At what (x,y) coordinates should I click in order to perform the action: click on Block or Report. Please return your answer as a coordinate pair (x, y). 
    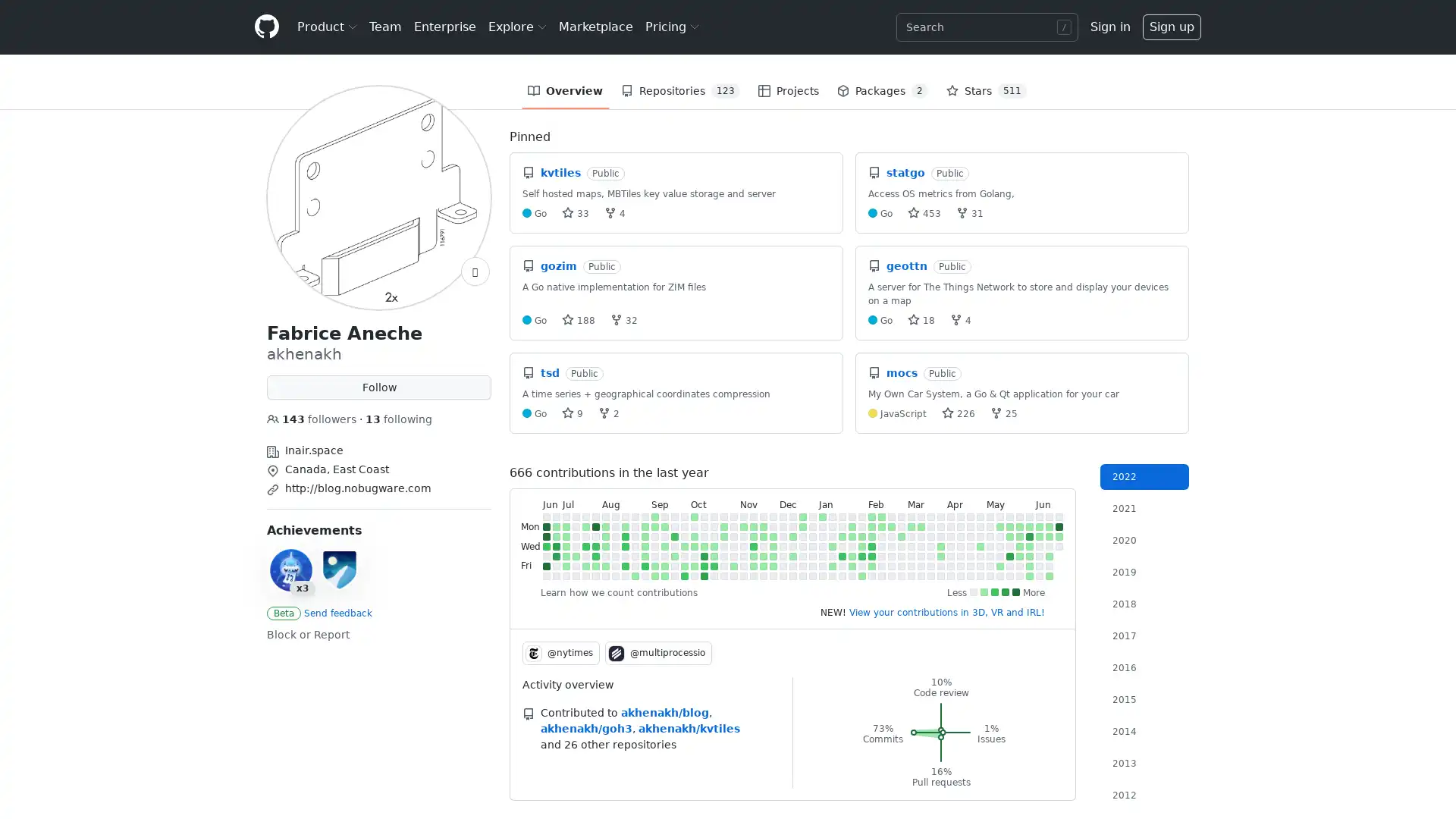
    Looking at the image, I should click on (307, 635).